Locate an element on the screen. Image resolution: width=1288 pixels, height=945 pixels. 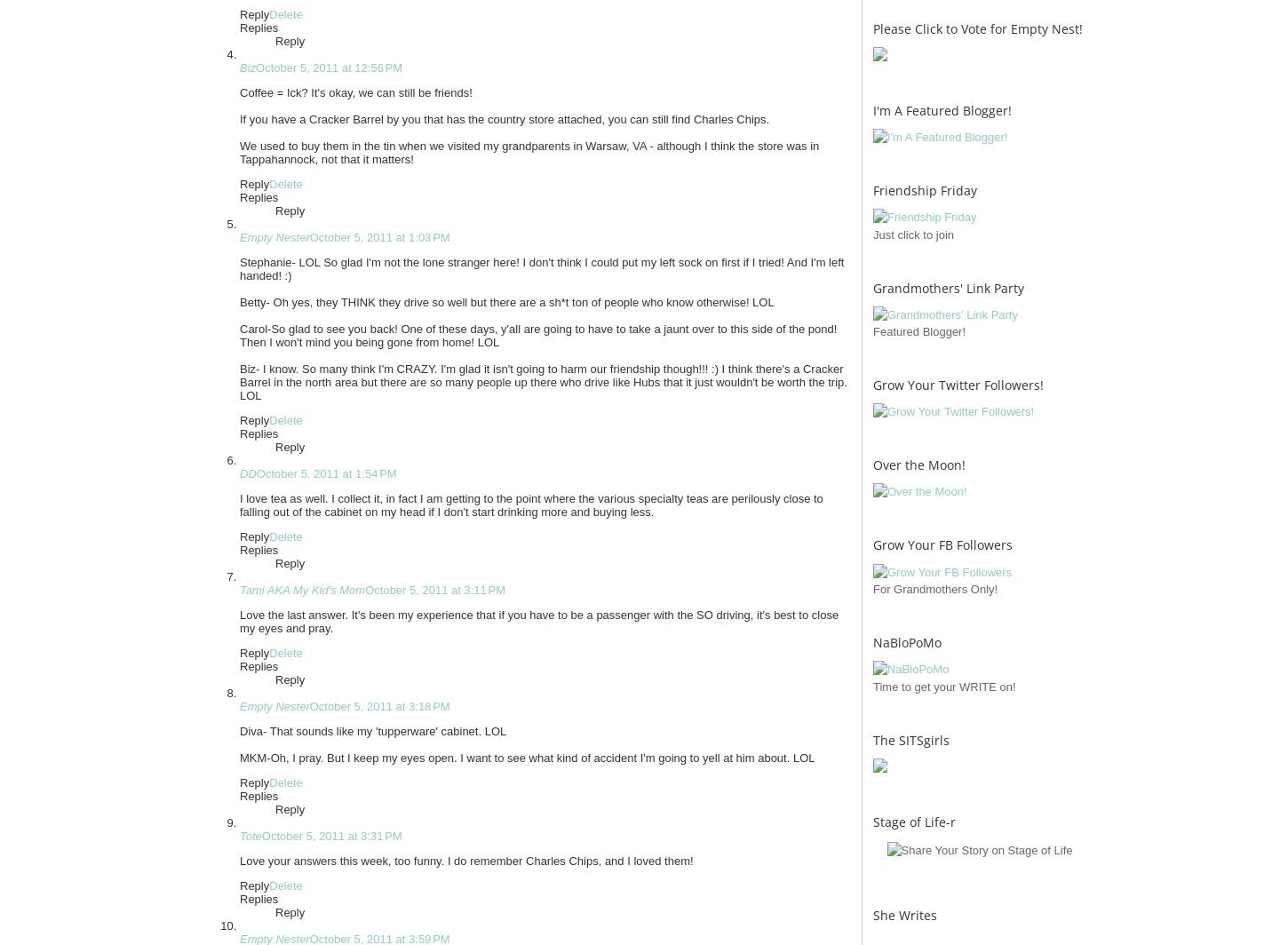
'MKM-Oh, I pray. But I keep my eyes open. I want to see what kind of accident I'm going to yell at him about. LOL' is located at coordinates (527, 758).